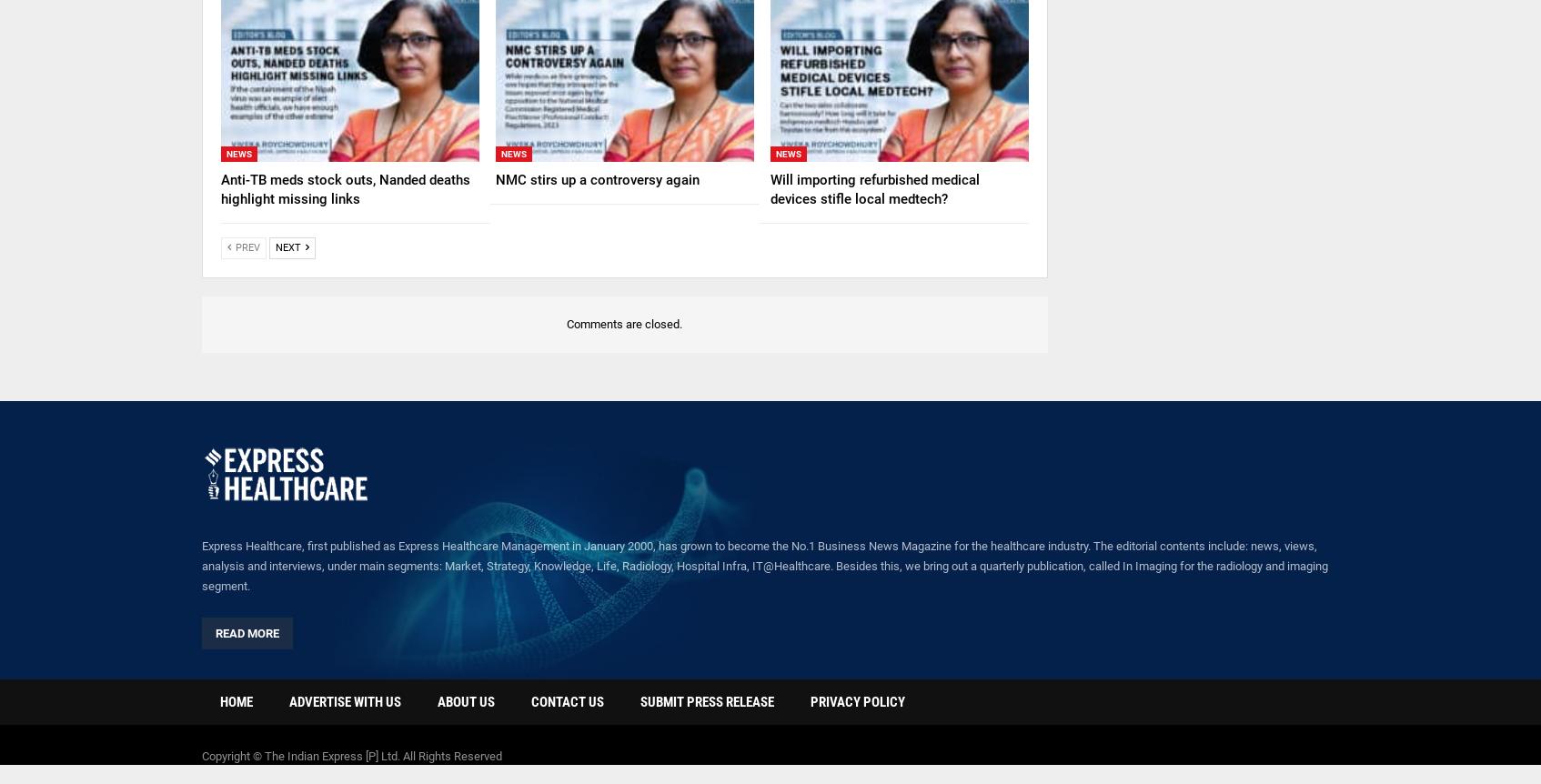 Image resolution: width=1541 pixels, height=784 pixels. What do you see at coordinates (275, 246) in the screenshot?
I see `'Next'` at bounding box center [275, 246].